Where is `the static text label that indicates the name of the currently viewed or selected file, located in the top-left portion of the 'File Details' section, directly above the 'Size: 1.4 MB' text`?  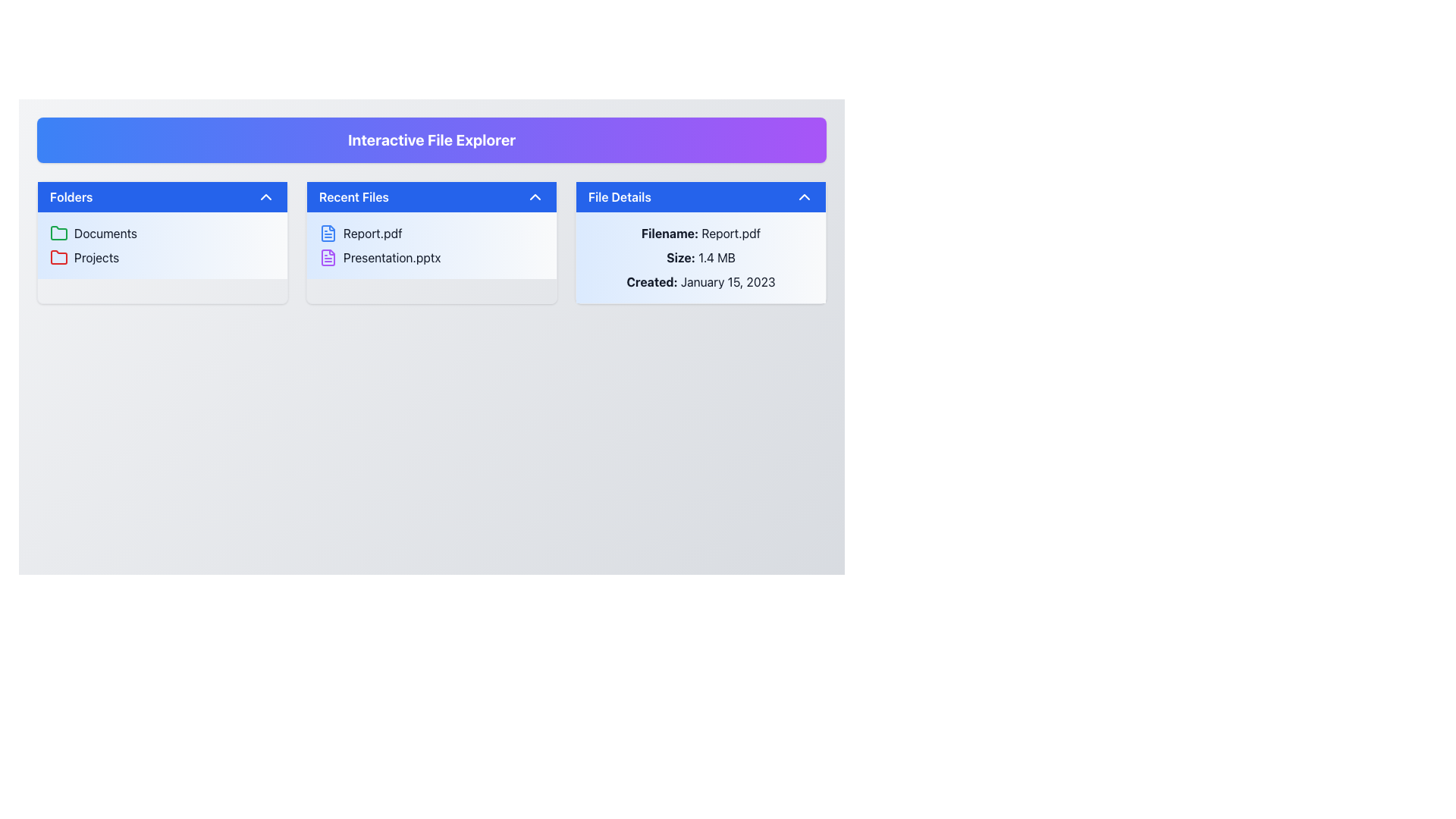 the static text label that indicates the name of the currently viewed or selected file, located in the top-left portion of the 'File Details' section, directly above the 'Size: 1.4 MB' text is located at coordinates (700, 234).